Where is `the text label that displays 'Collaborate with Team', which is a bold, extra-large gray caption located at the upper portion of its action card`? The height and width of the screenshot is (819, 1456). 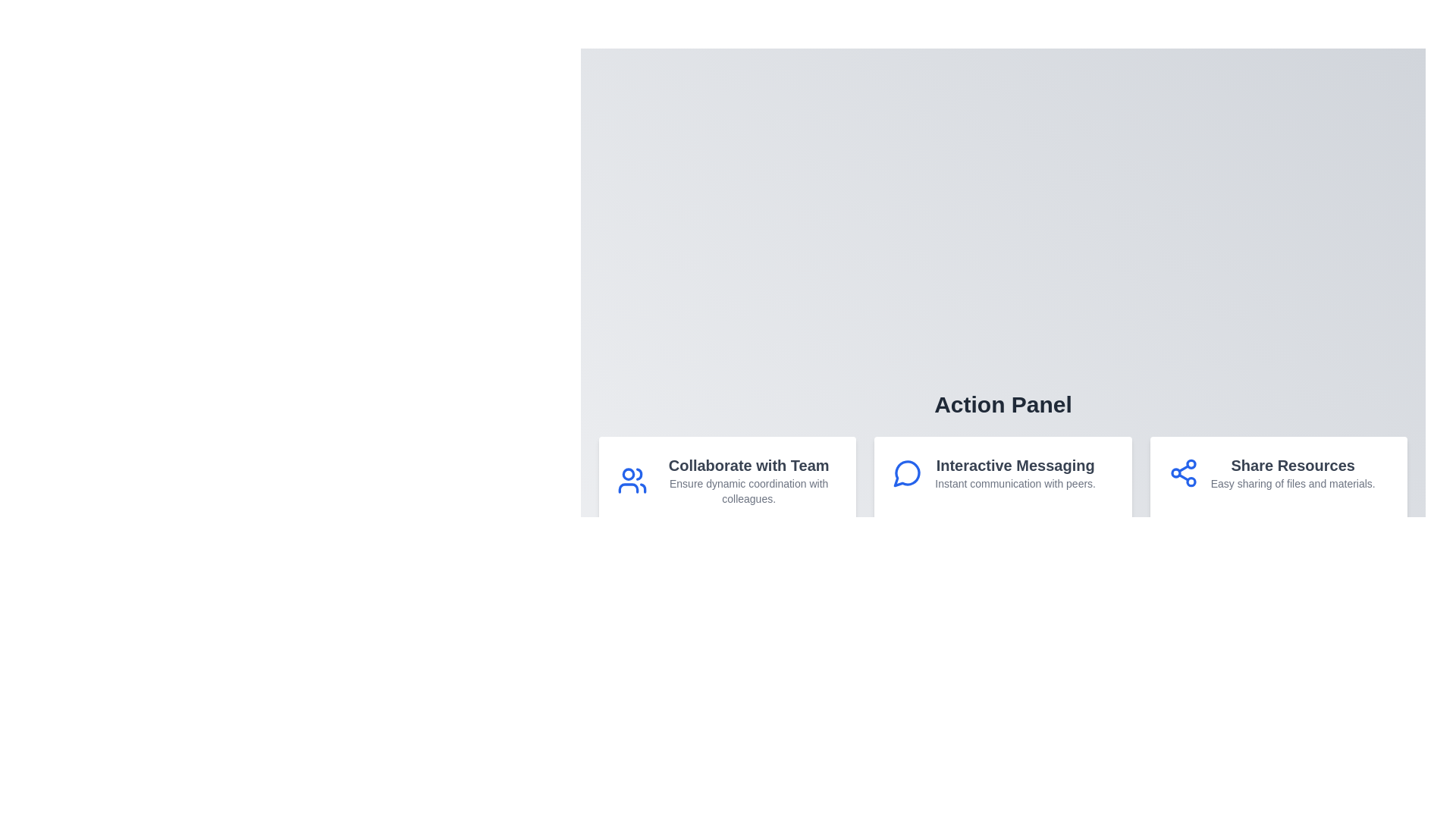
the text label that displays 'Collaborate with Team', which is a bold, extra-large gray caption located at the upper portion of its action card is located at coordinates (748, 464).